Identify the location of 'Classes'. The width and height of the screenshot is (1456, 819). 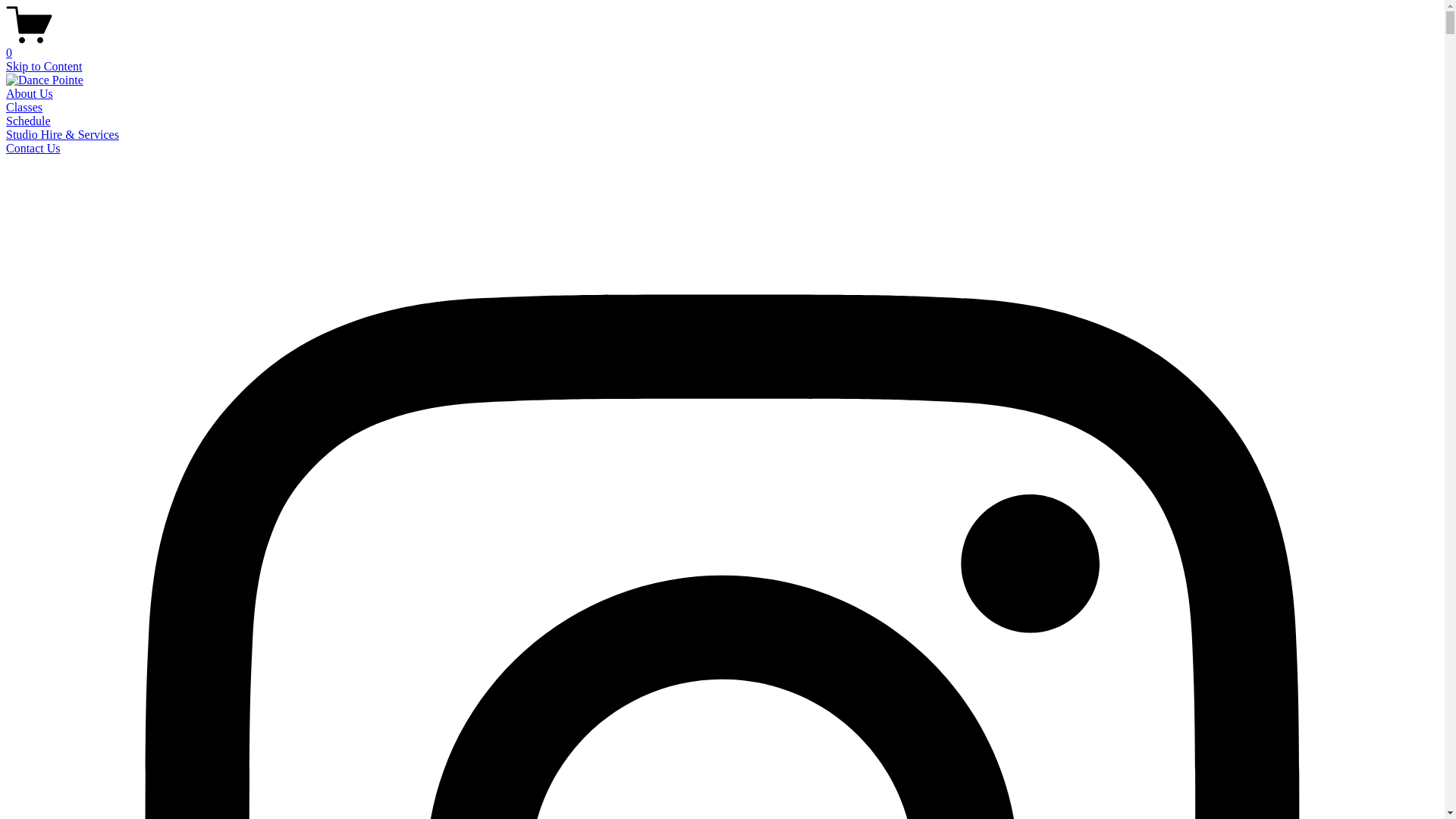
(24, 106).